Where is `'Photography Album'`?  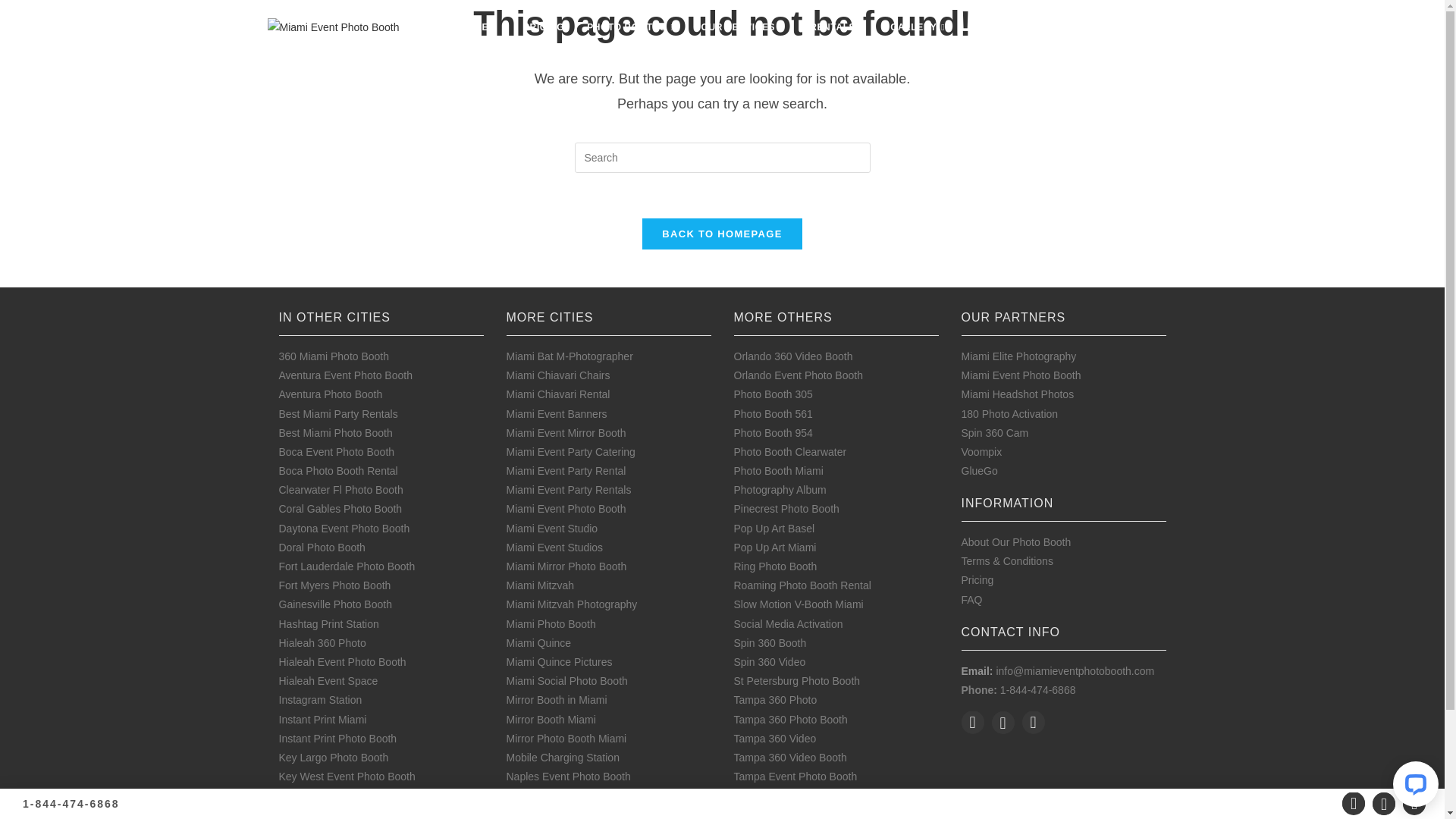
'Photography Album' is located at coordinates (734, 489).